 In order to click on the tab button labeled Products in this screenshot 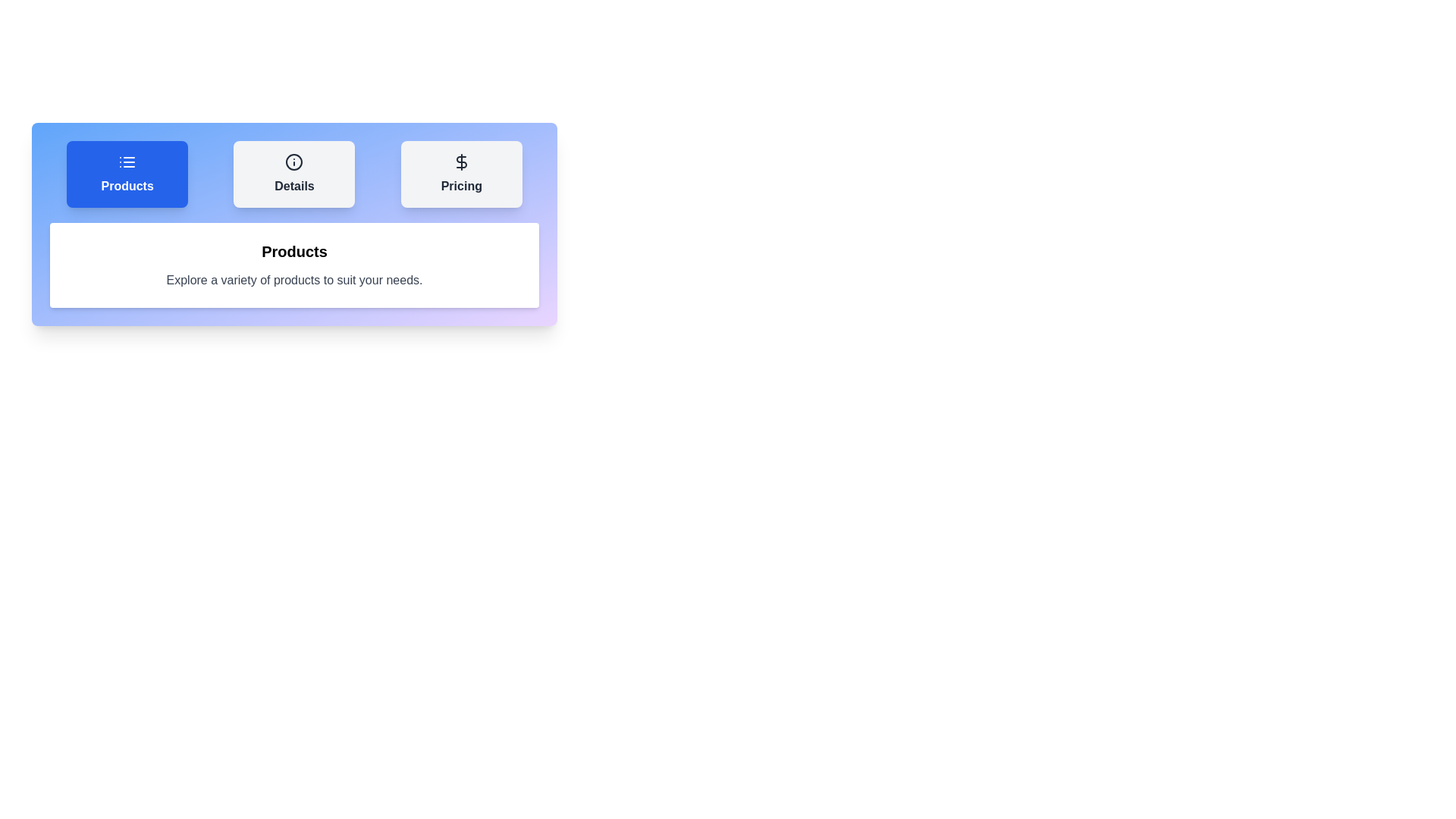, I will do `click(127, 174)`.